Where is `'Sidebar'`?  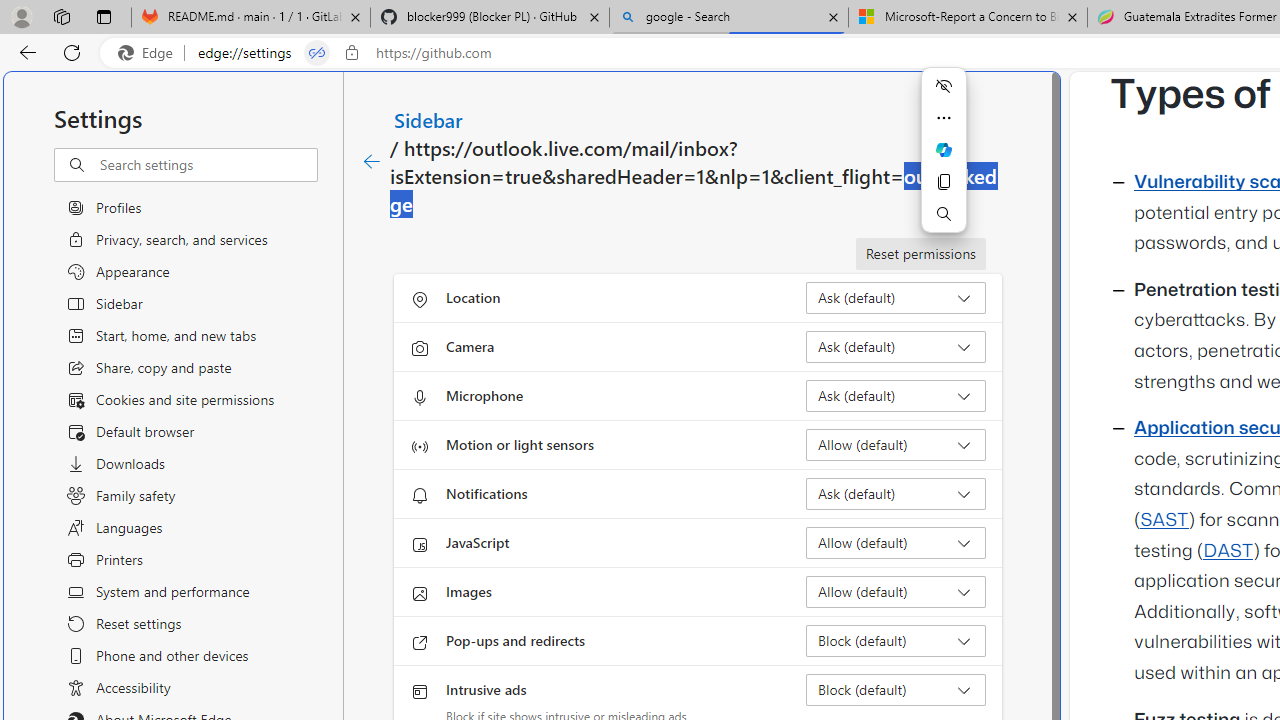
'Sidebar' is located at coordinates (428, 119).